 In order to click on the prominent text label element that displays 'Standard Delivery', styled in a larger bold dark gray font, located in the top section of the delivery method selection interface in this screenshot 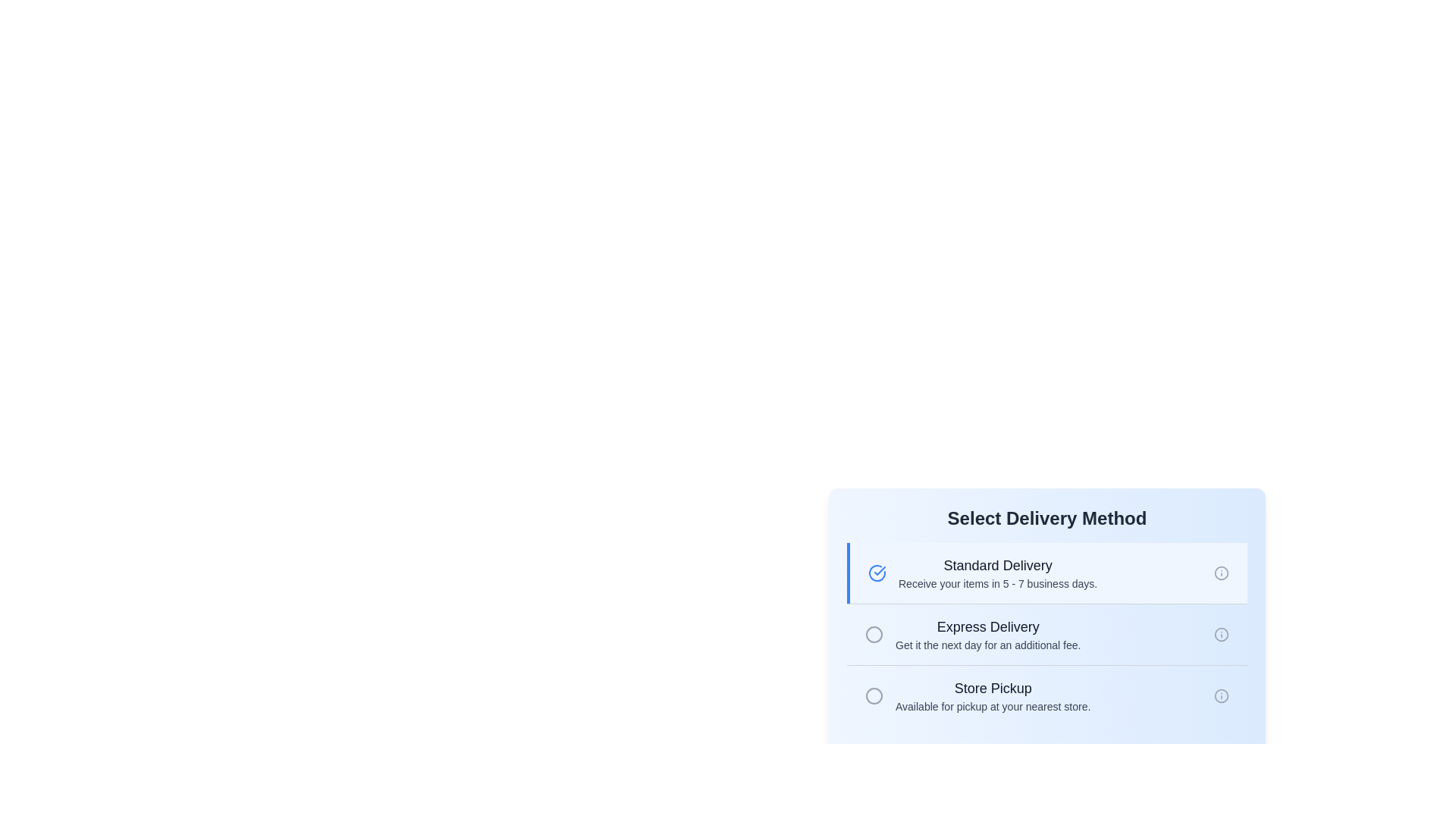, I will do `click(998, 565)`.